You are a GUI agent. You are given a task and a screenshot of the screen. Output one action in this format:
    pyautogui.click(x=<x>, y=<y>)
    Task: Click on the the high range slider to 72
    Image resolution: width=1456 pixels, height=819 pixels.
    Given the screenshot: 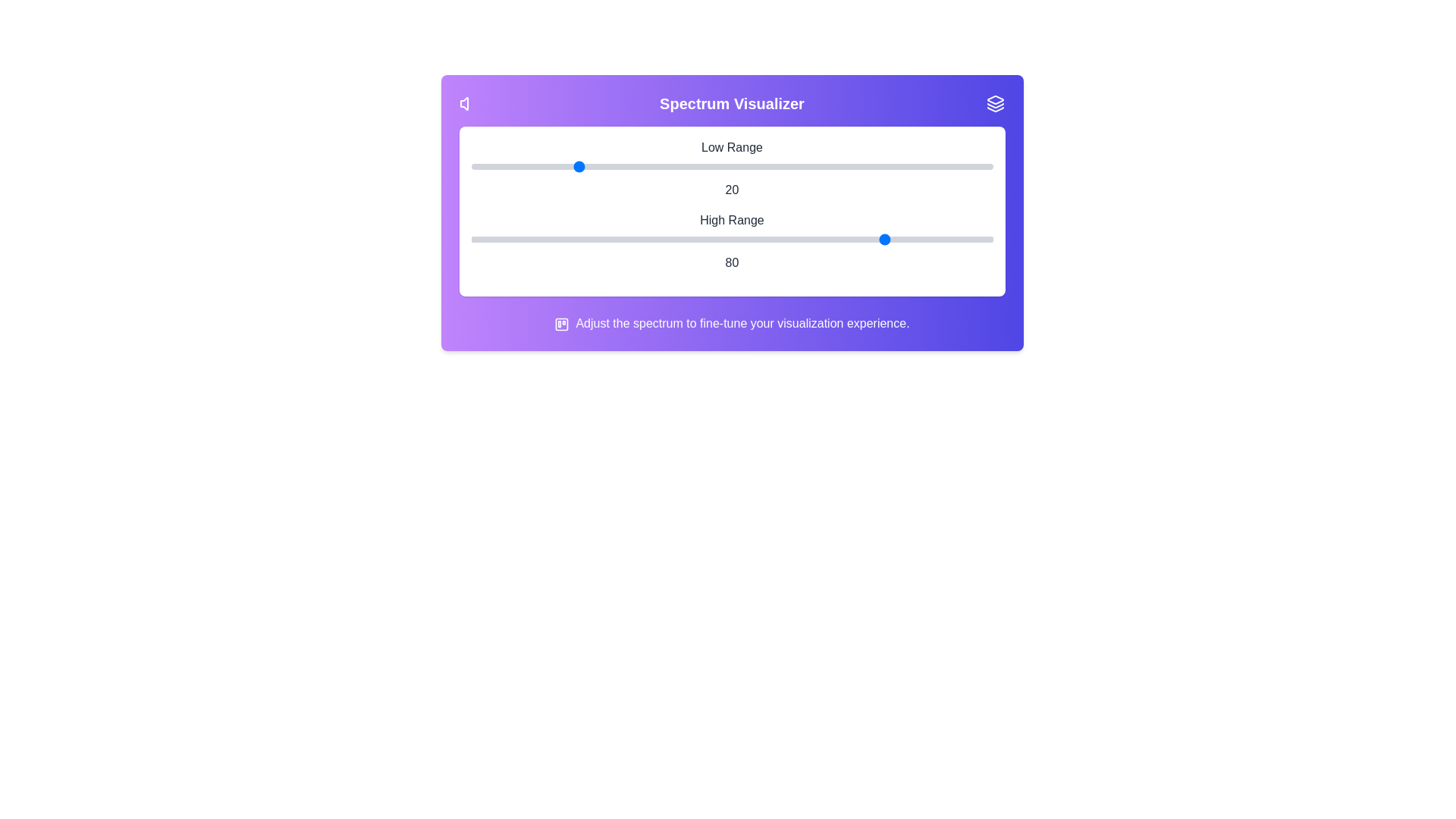 What is the action you would take?
    pyautogui.click(x=846, y=239)
    